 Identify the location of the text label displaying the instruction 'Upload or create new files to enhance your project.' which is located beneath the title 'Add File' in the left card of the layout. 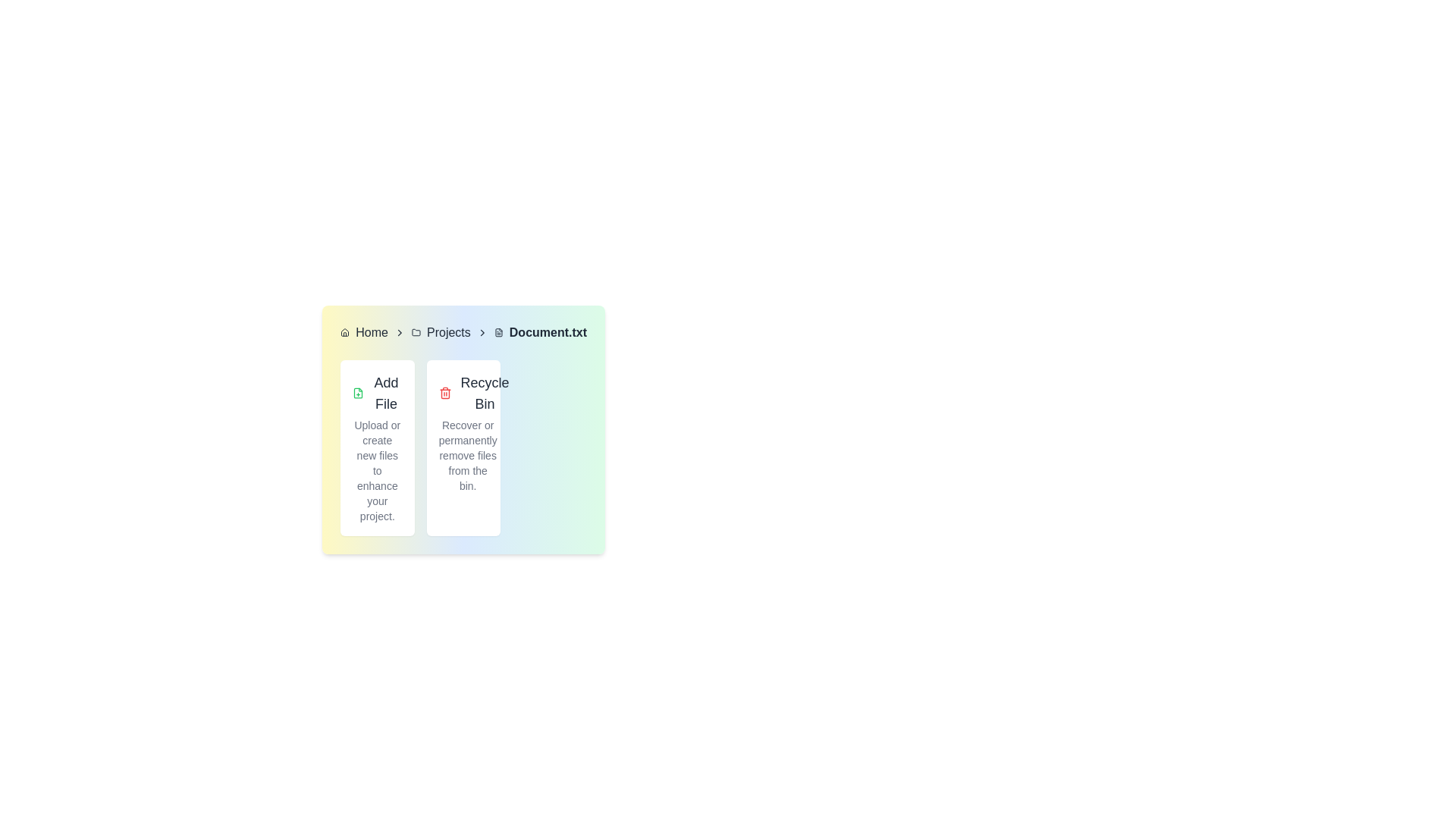
(377, 470).